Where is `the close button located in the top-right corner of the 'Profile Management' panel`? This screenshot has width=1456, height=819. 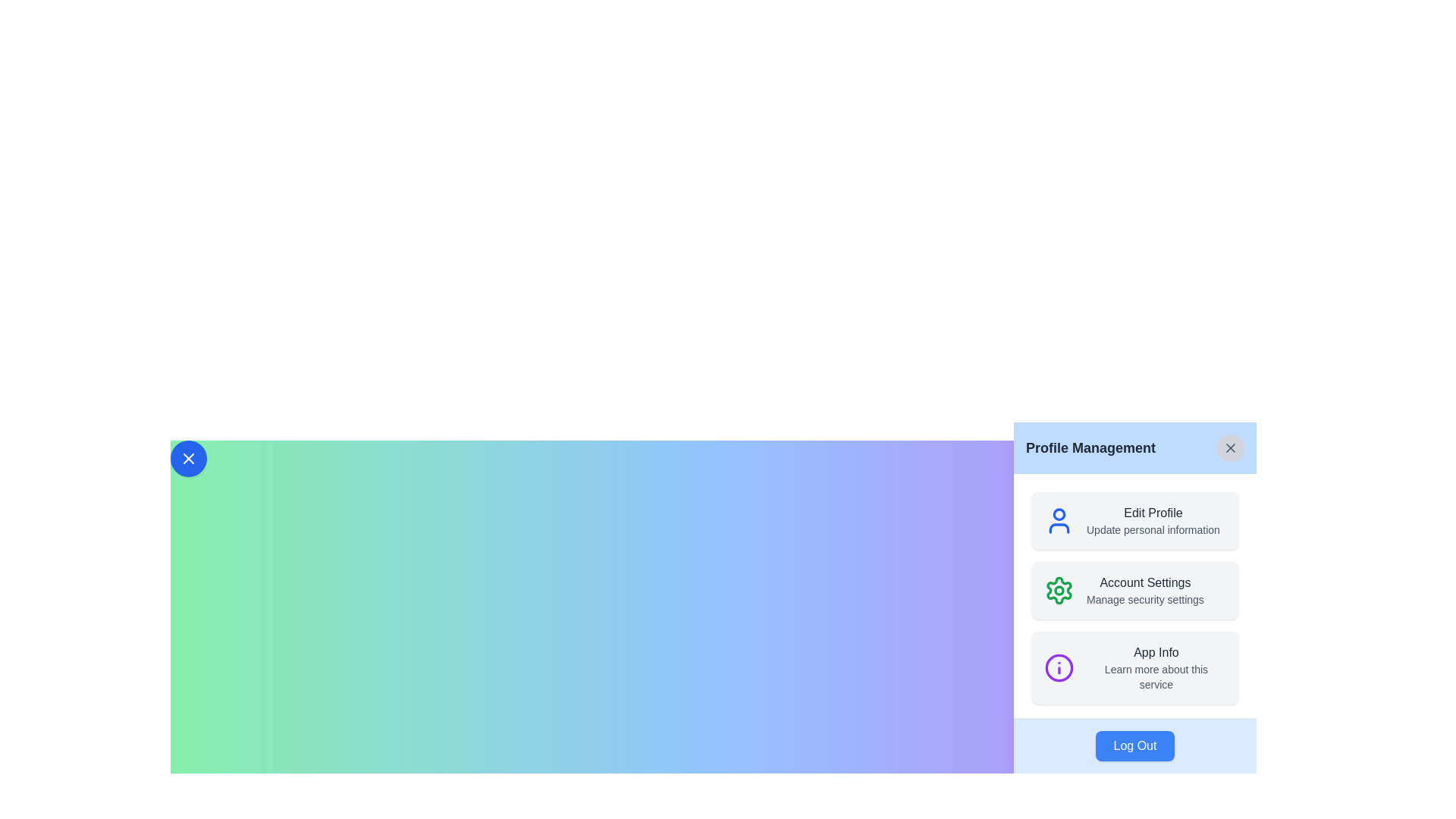
the close button located in the top-right corner of the 'Profile Management' panel is located at coordinates (1230, 447).